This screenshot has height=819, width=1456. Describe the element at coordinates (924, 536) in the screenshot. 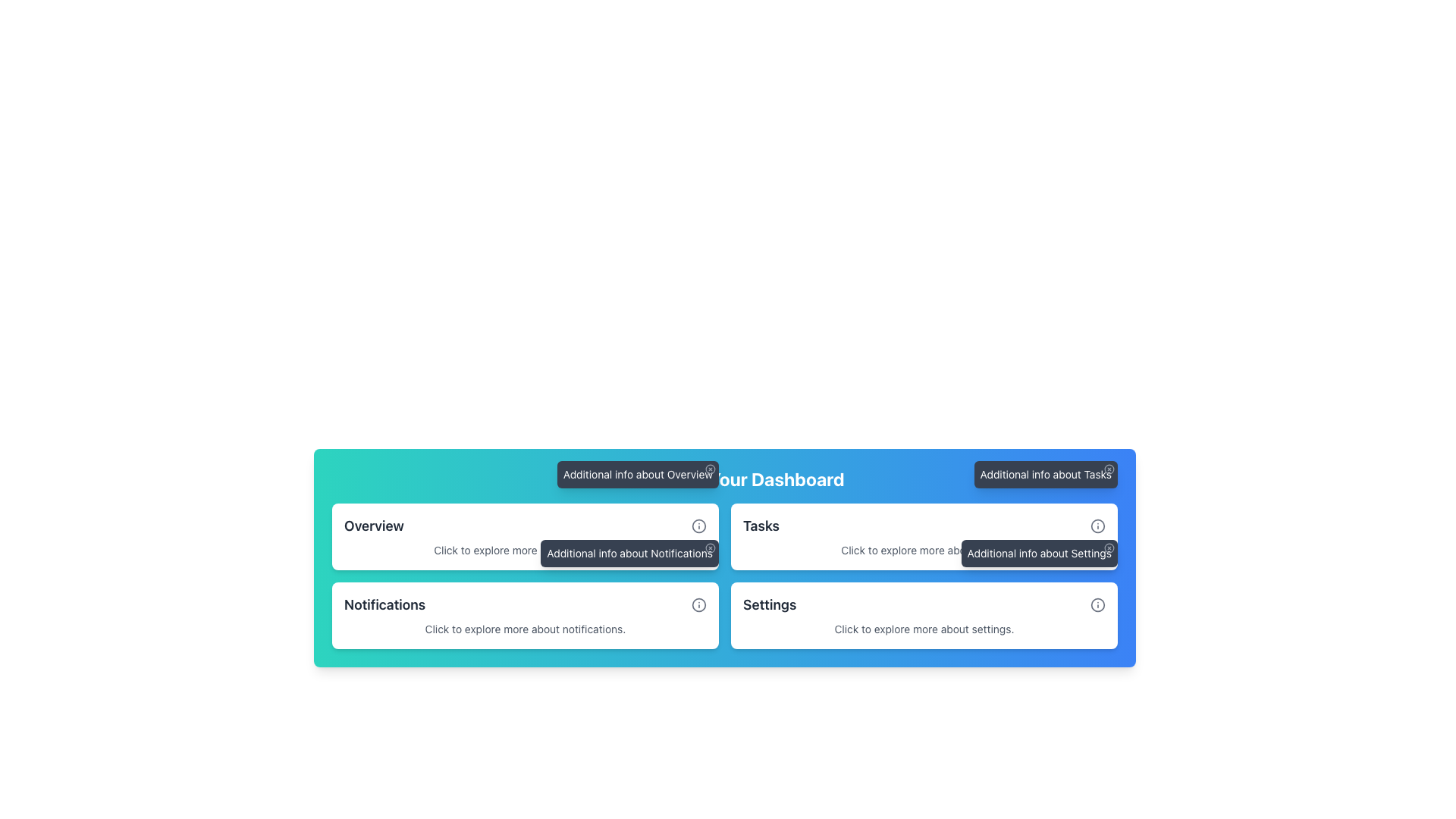

I see `the card in the second column of the first row labeled 'Tasks'` at that location.